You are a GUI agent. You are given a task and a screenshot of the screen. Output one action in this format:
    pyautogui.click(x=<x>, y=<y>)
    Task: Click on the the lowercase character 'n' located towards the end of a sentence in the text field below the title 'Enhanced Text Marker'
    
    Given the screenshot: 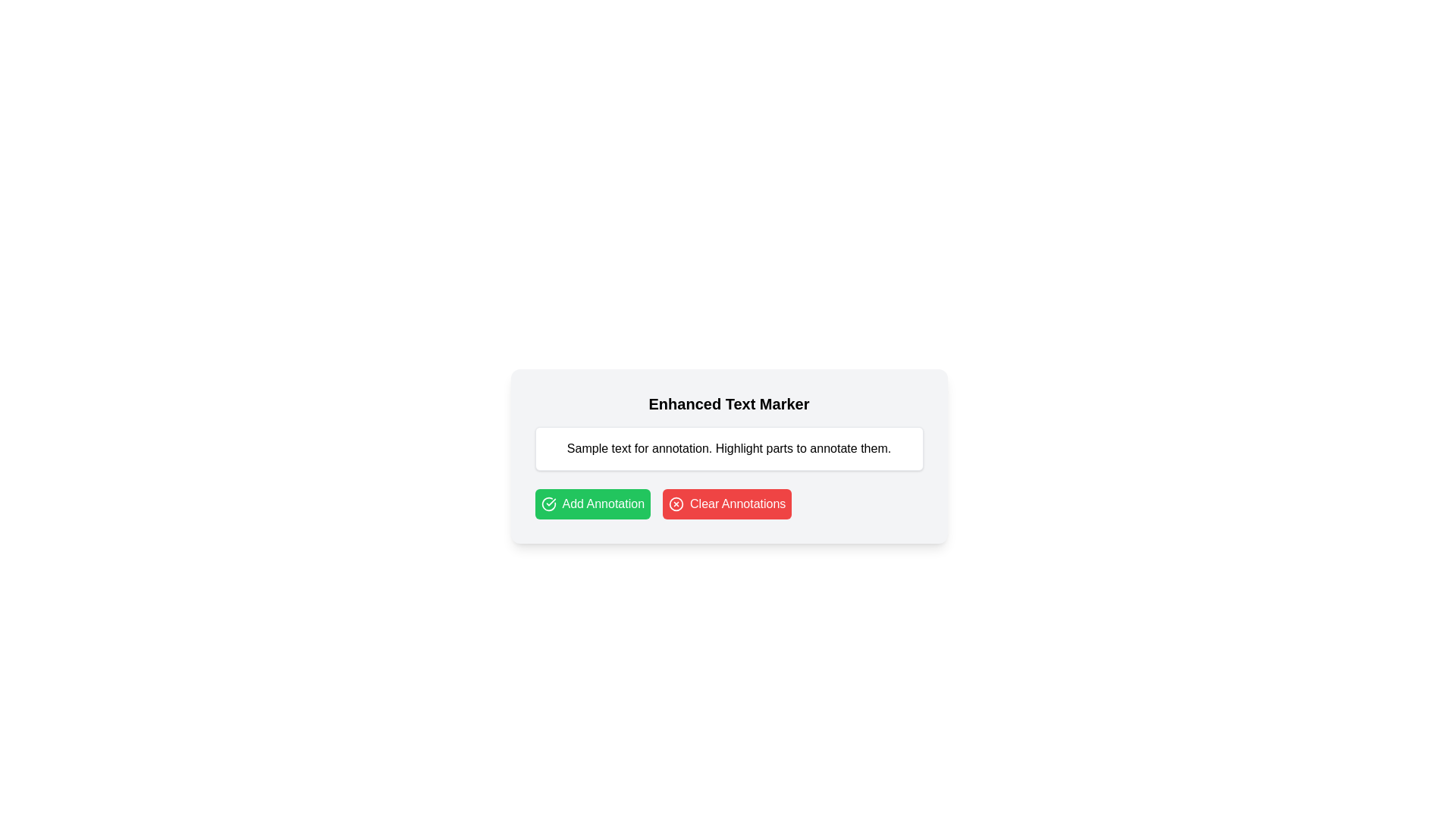 What is the action you would take?
    pyautogui.click(x=826, y=447)
    